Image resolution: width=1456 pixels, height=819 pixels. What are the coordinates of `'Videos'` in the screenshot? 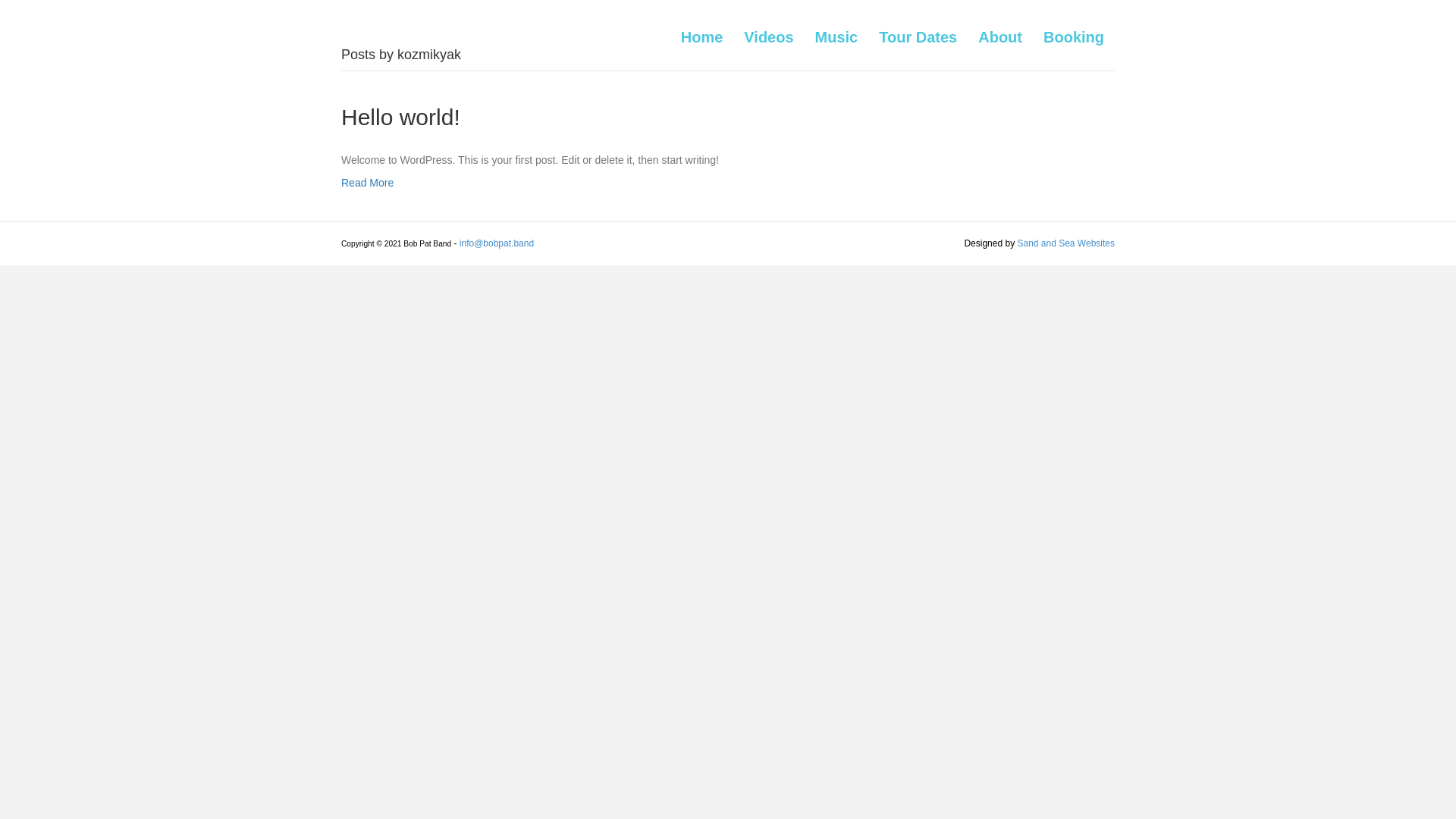 It's located at (768, 36).